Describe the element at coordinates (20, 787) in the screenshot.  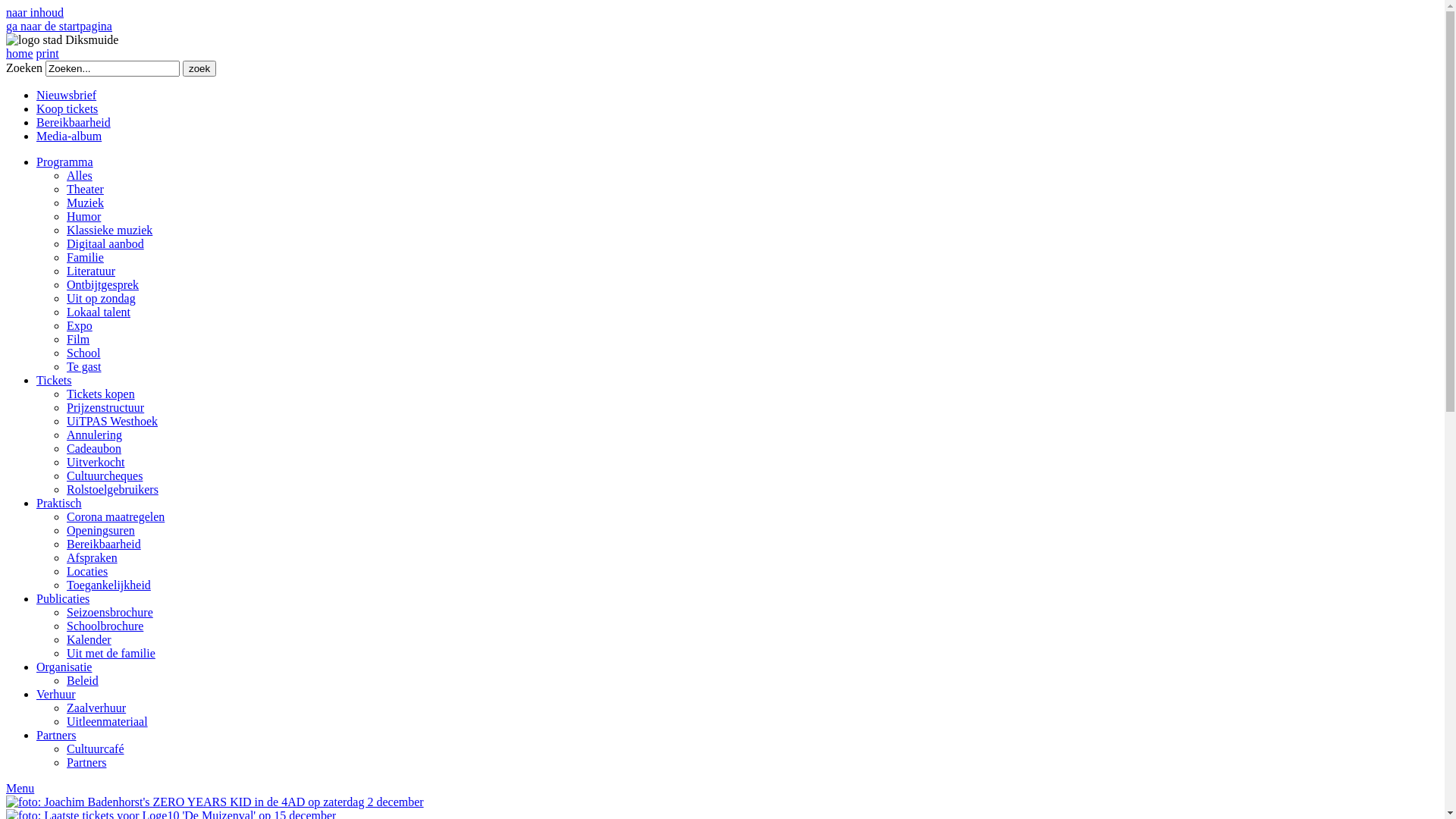
I see `'Menu'` at that location.